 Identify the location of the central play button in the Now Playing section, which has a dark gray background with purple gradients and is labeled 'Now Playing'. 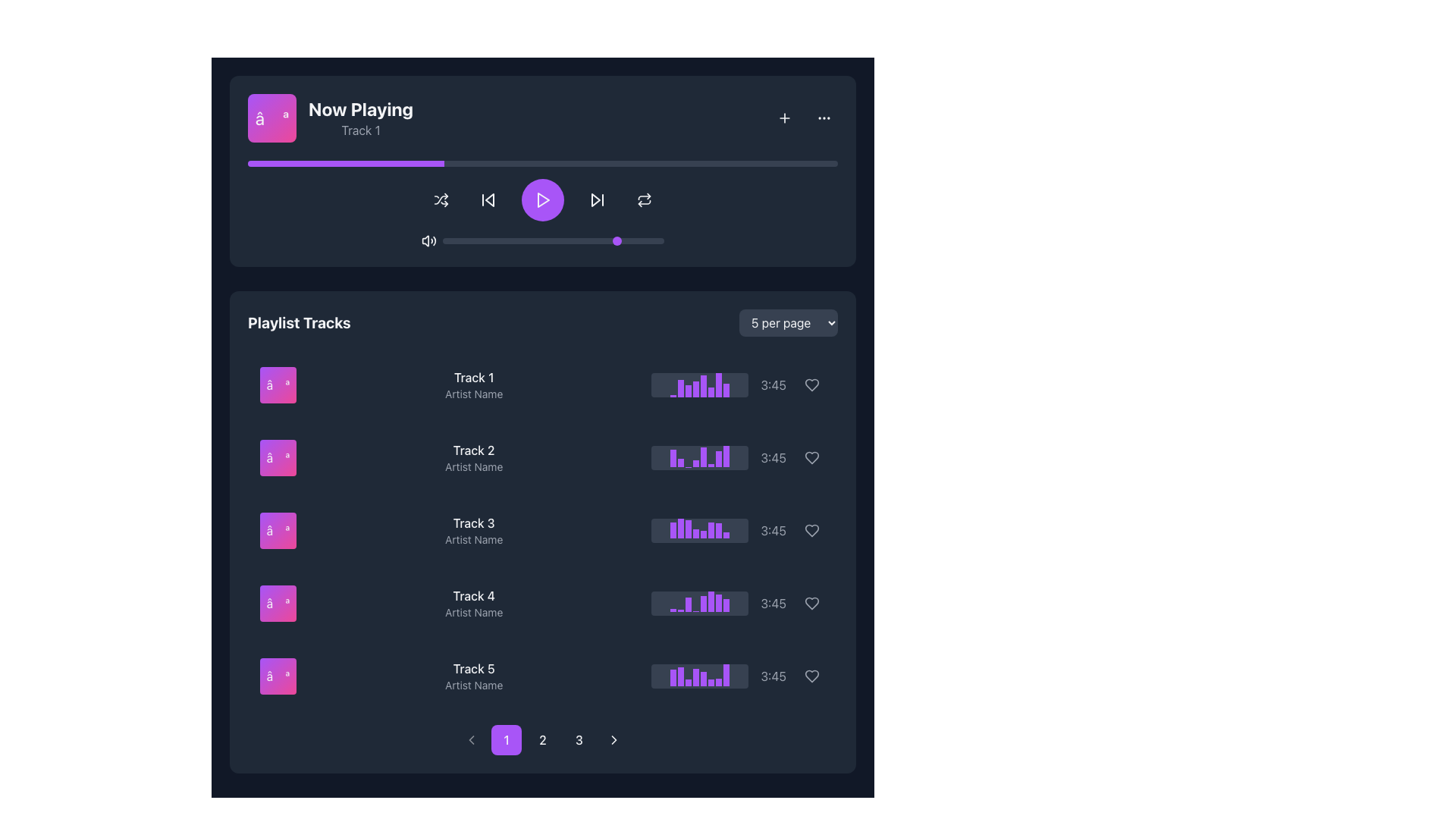
(542, 171).